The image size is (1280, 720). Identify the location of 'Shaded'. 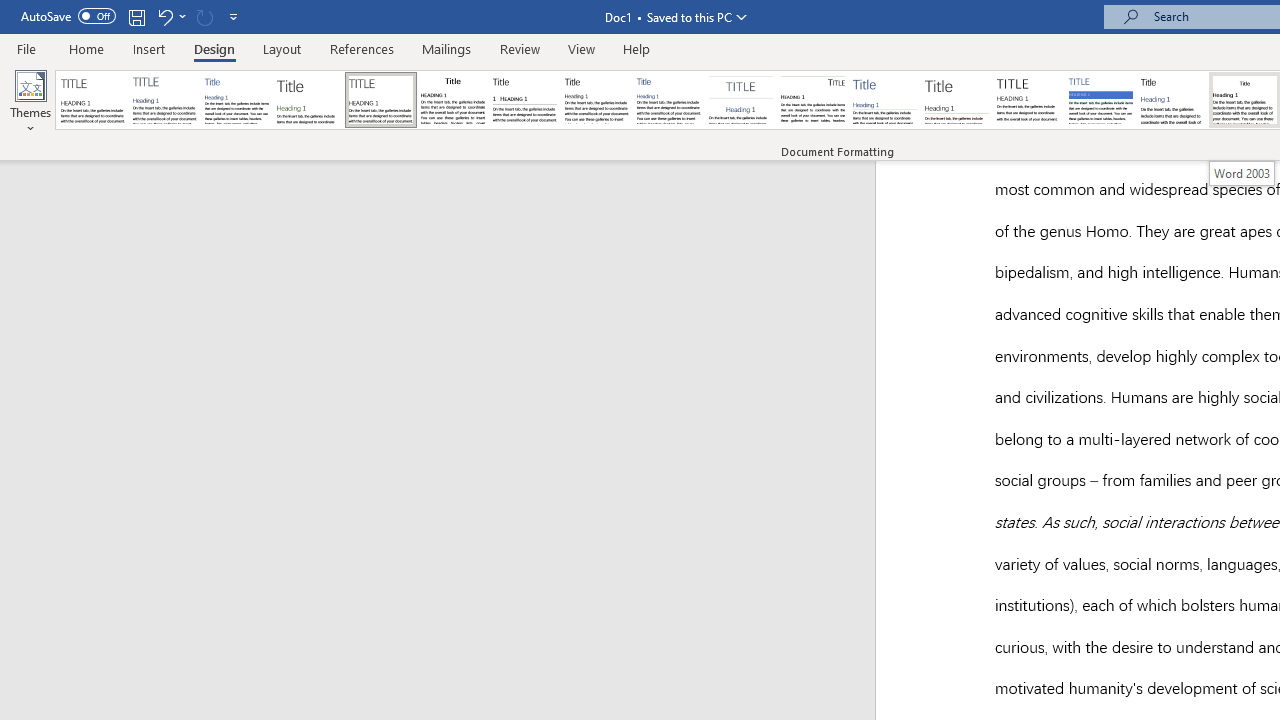
(1099, 100).